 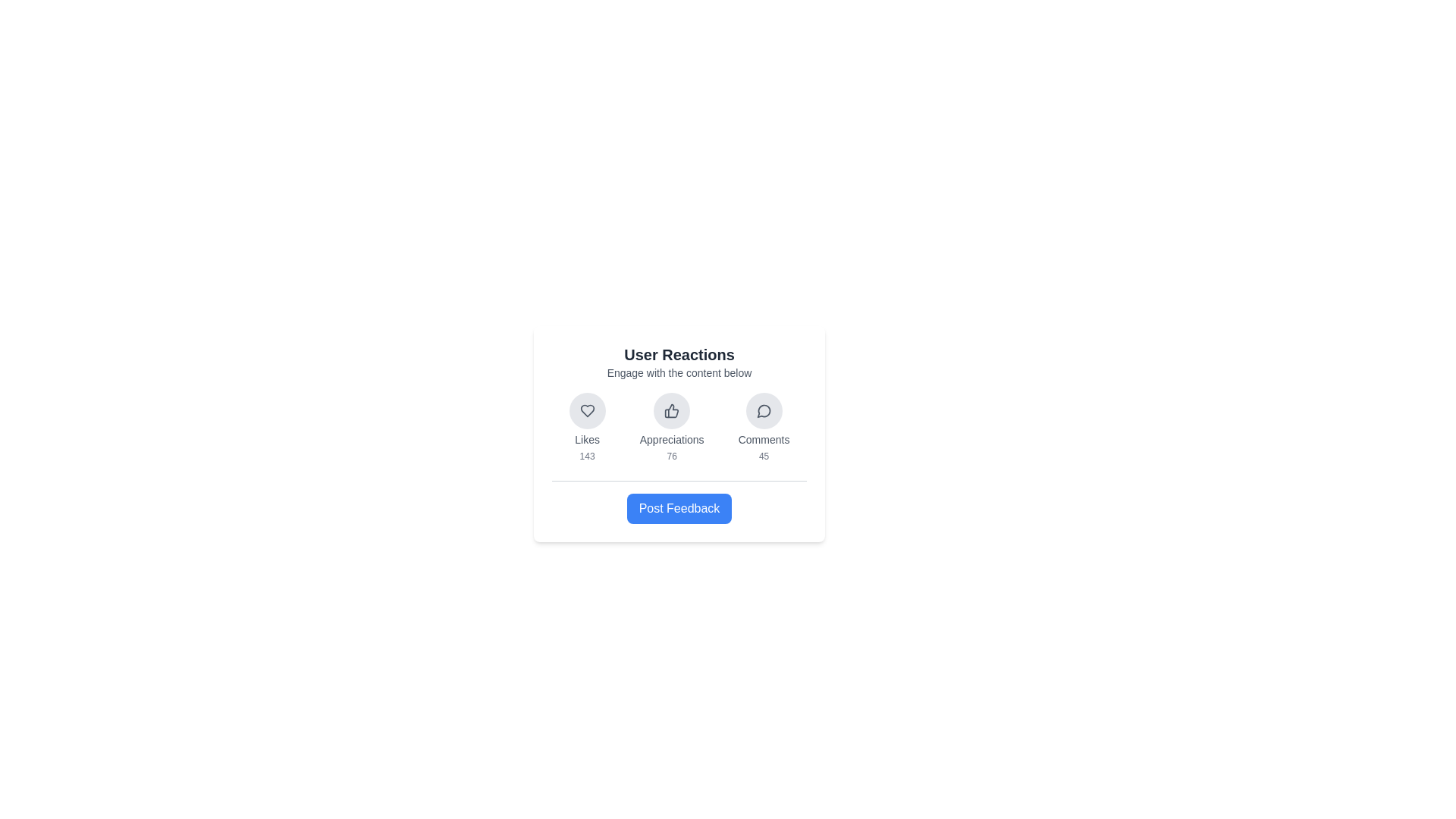 I want to click on the small text label displaying the number '76' in gray font, which is located below the thumbs-up icon and the label 'Appreciations' in the user reaction group, so click(x=671, y=455).